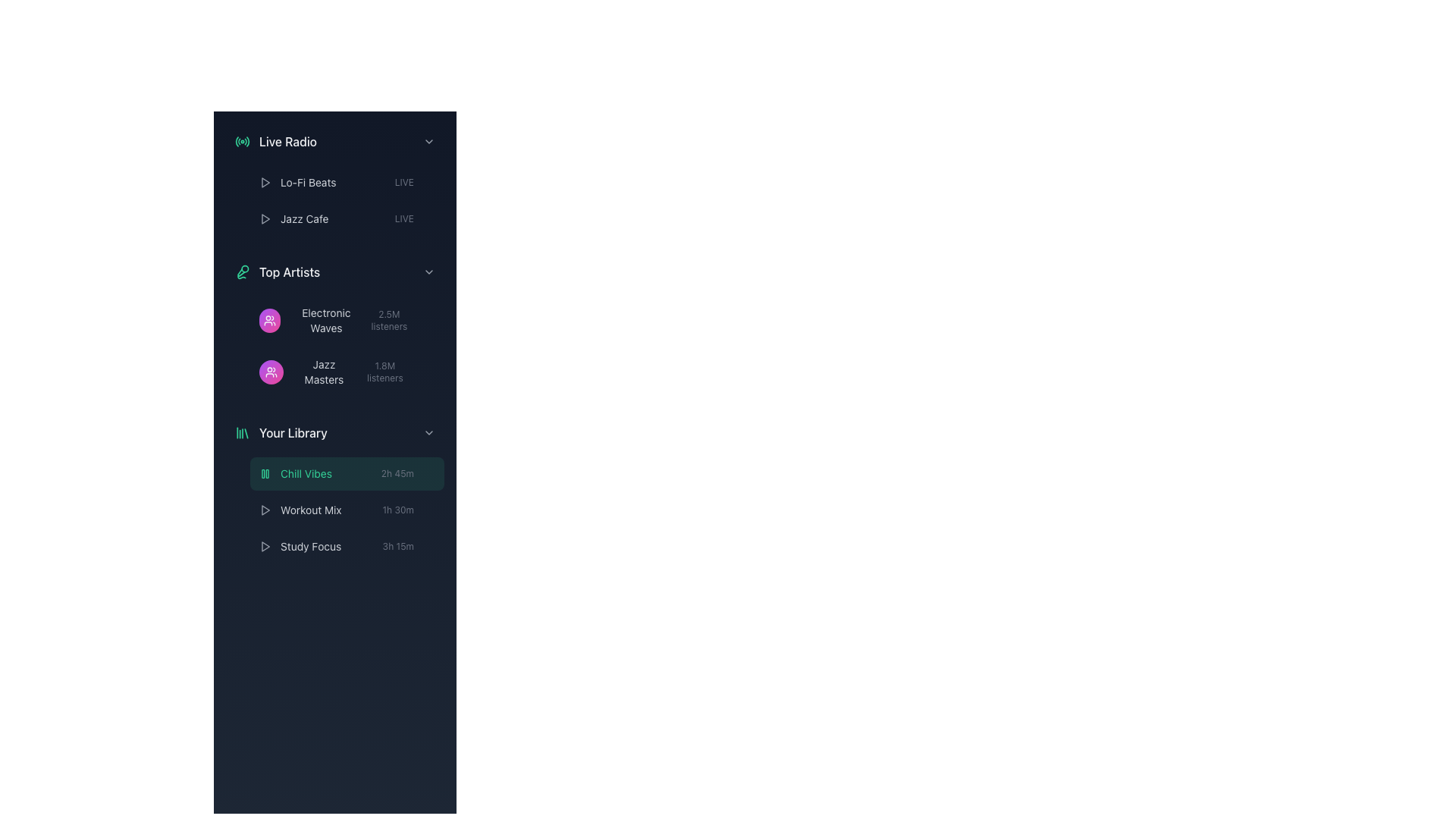 This screenshot has width=1456, height=819. I want to click on the hyperlinked navigation item labeled 'Your Library' which has a green library icon, located in the vertical menu below 'Top Artists' and above 'Chill Vibes', so click(281, 432).